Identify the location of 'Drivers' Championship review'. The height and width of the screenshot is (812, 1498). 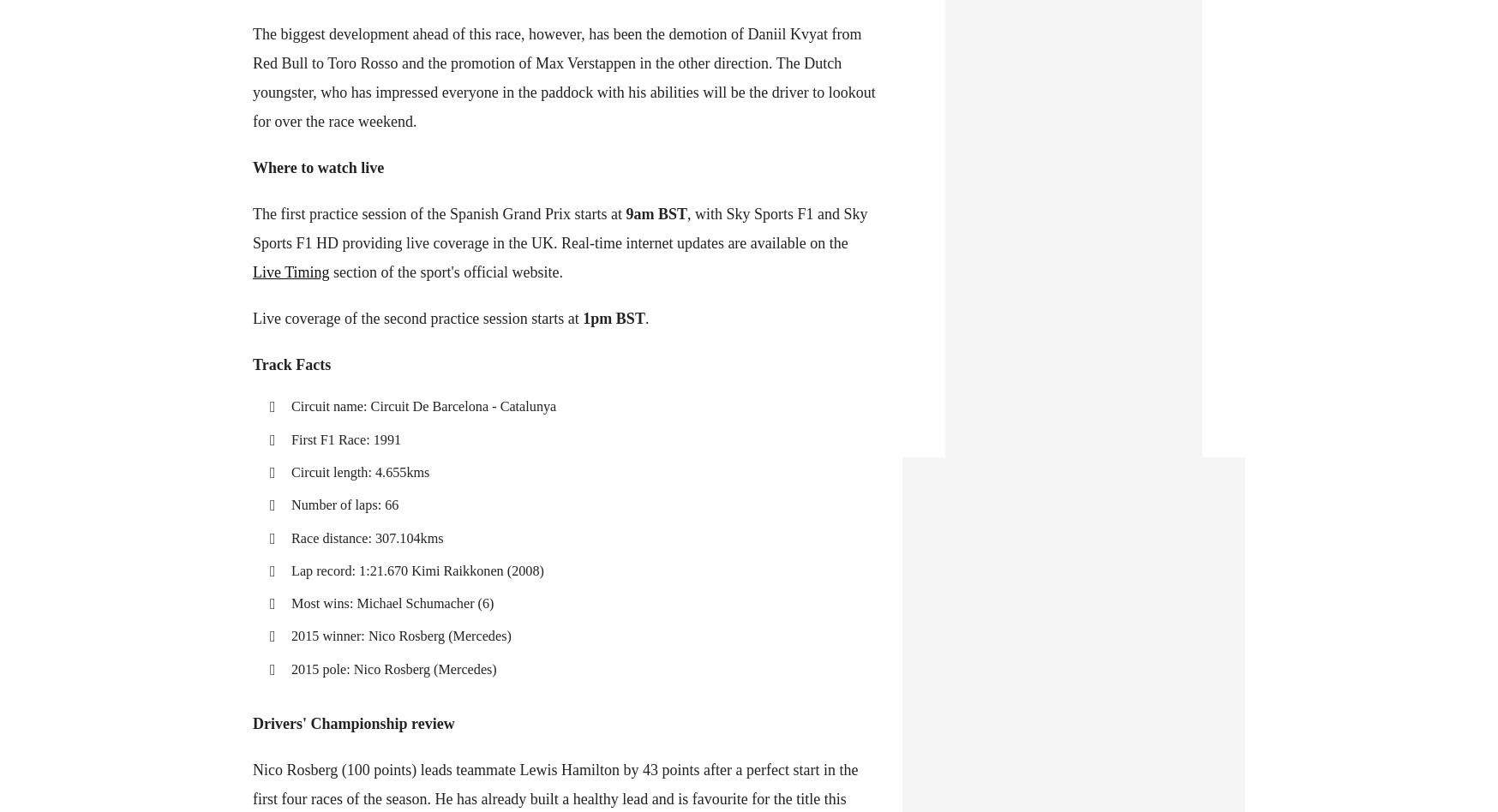
(353, 723).